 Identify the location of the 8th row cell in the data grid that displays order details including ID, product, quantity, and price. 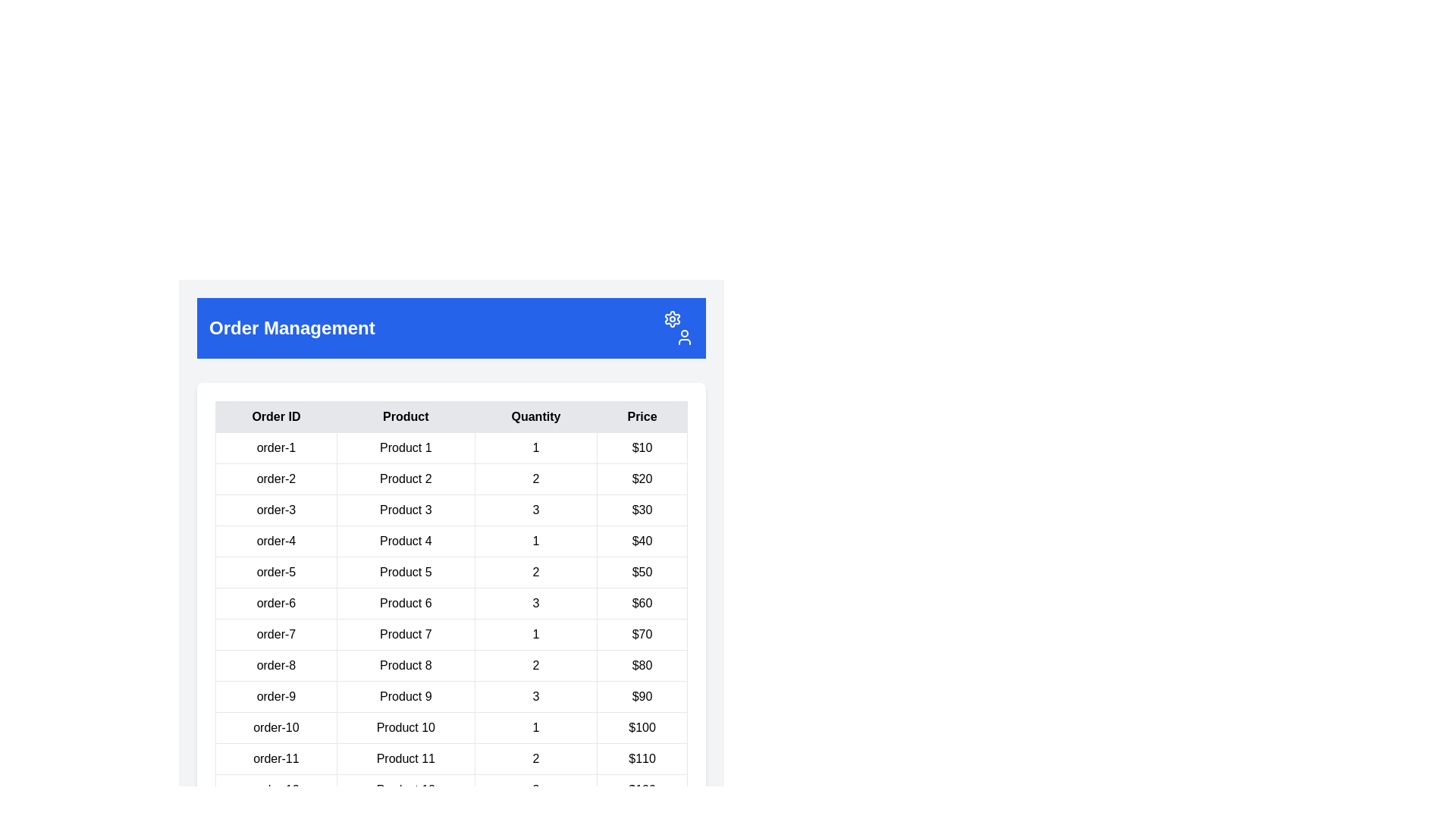
(450, 665).